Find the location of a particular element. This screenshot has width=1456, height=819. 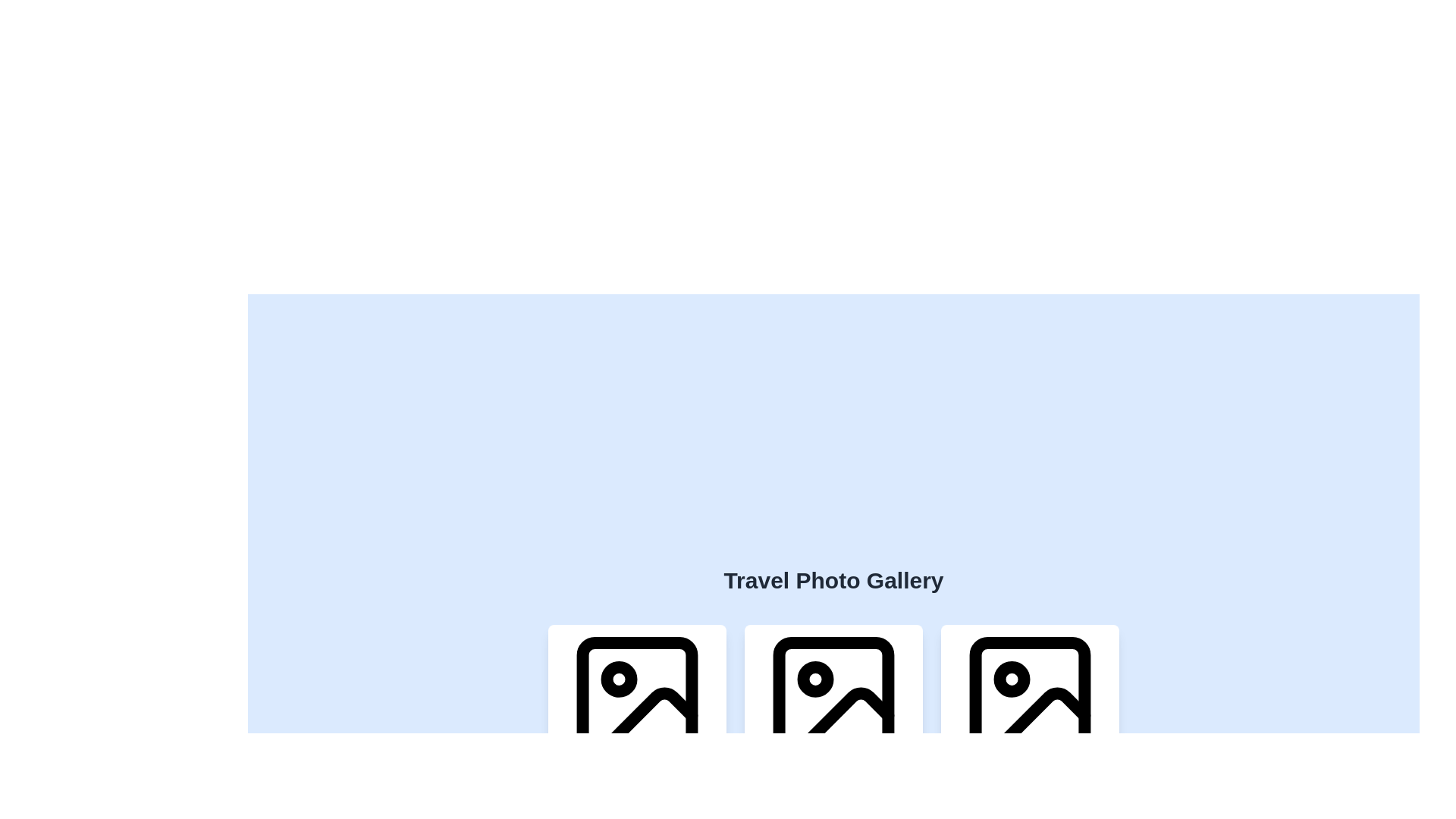

the image placeholder icon located in the second icon from the left beneath the 'Travel Photo Gallery' title to focus on the containing element is located at coordinates (833, 698).